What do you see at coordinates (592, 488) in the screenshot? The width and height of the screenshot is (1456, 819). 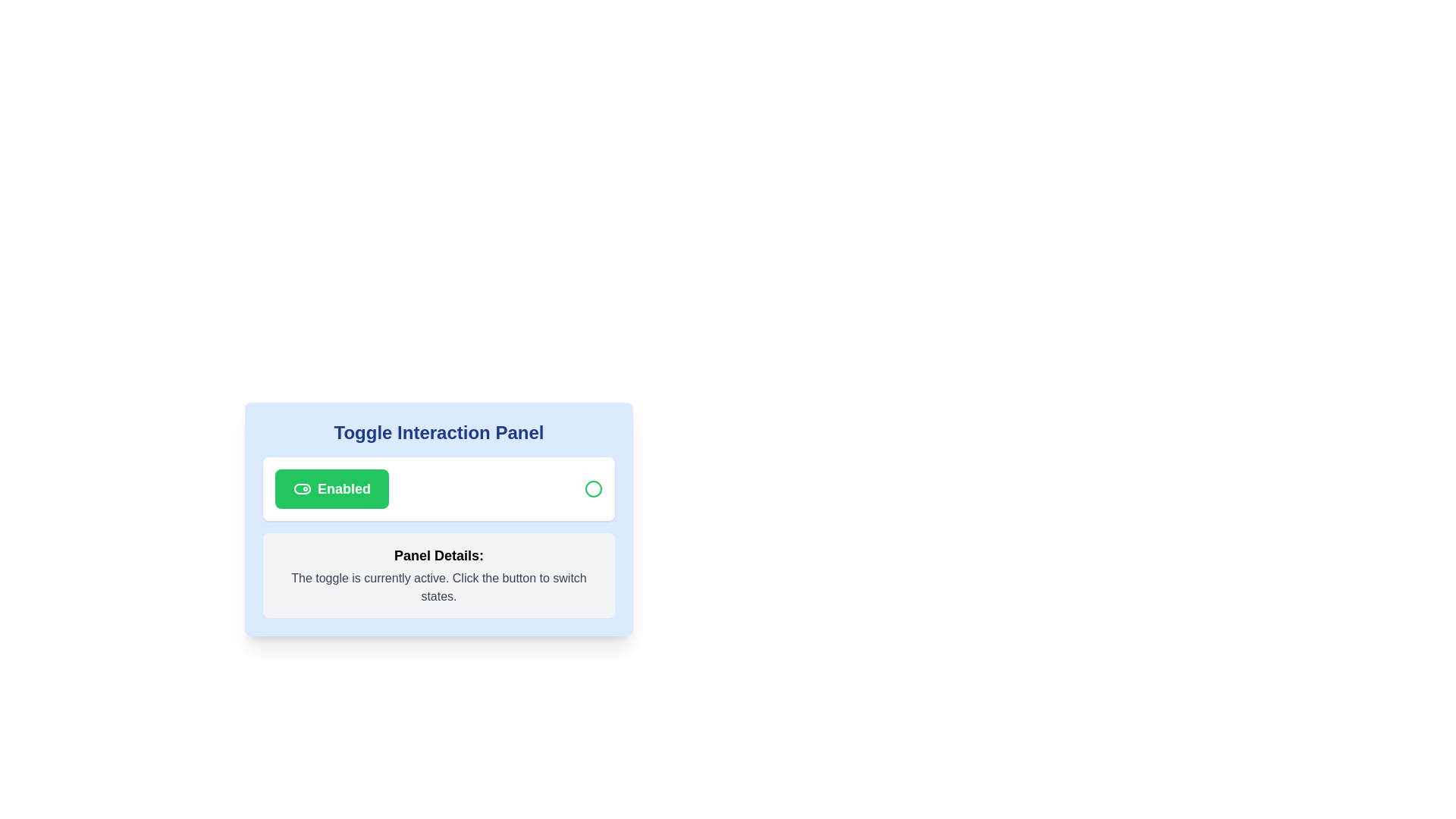 I see `the circular graphical status indicator with a green stroke and white fill, located in the middle-right side of the 'Toggle Interaction Panel'` at bounding box center [592, 488].